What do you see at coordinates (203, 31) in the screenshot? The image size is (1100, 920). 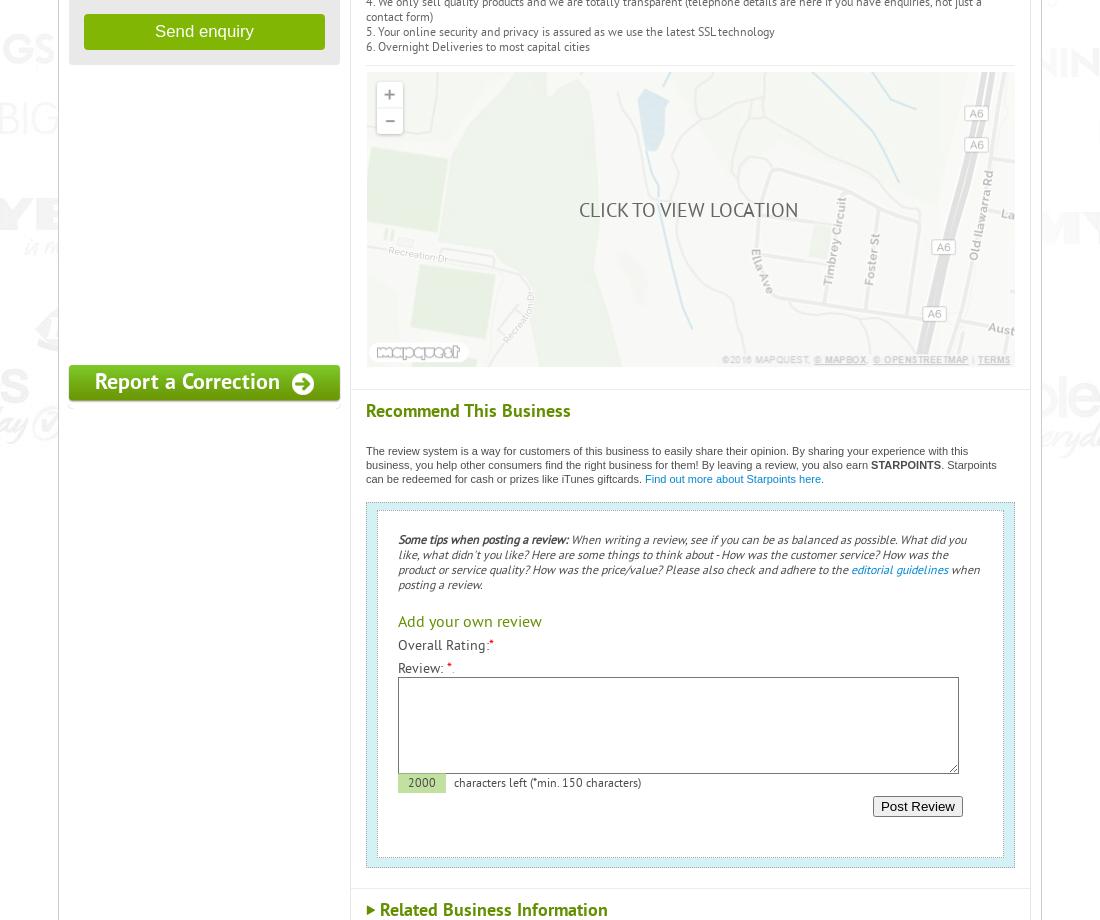 I see `'Send enquiry'` at bounding box center [203, 31].